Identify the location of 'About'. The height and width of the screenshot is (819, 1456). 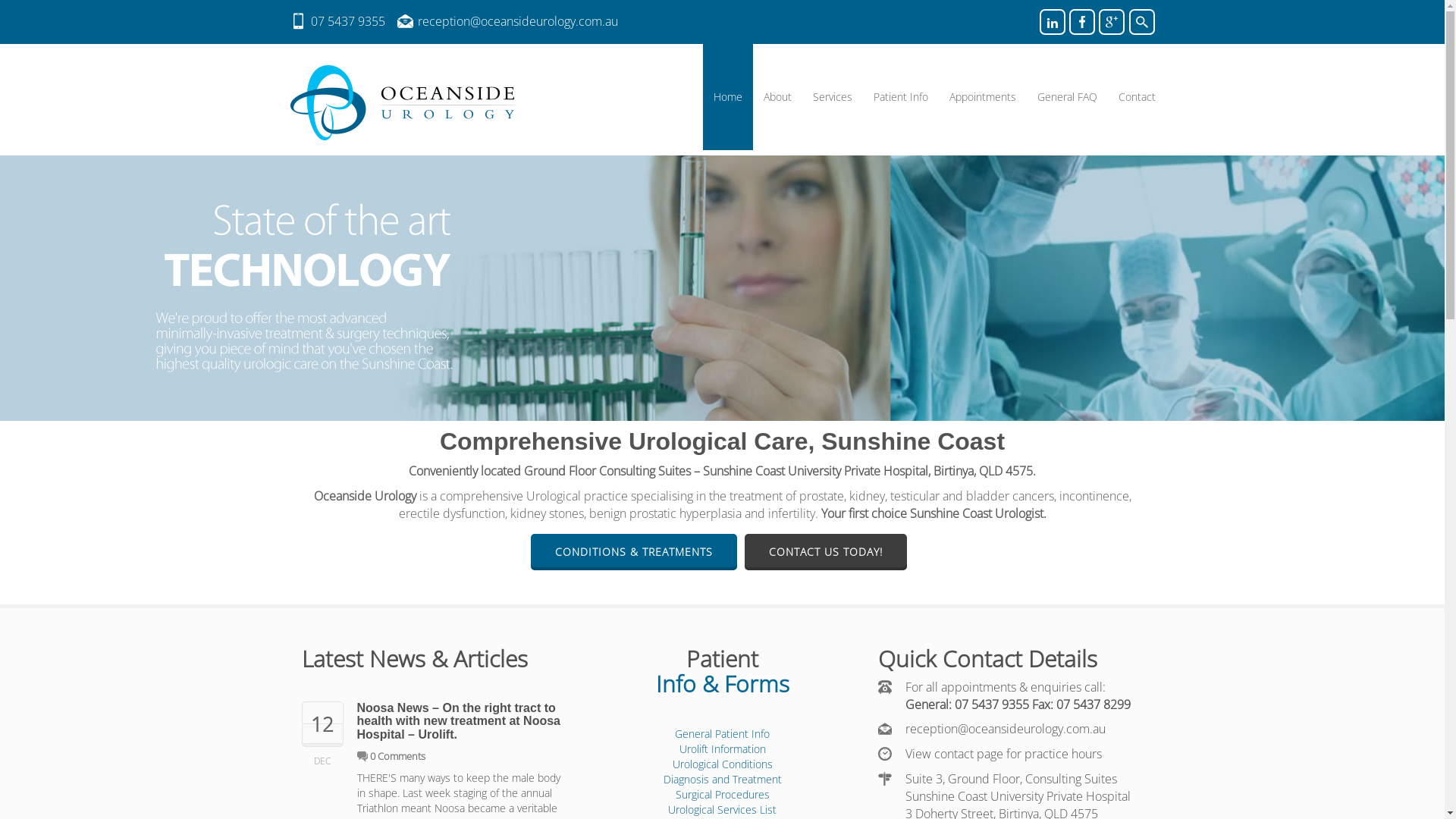
(777, 96).